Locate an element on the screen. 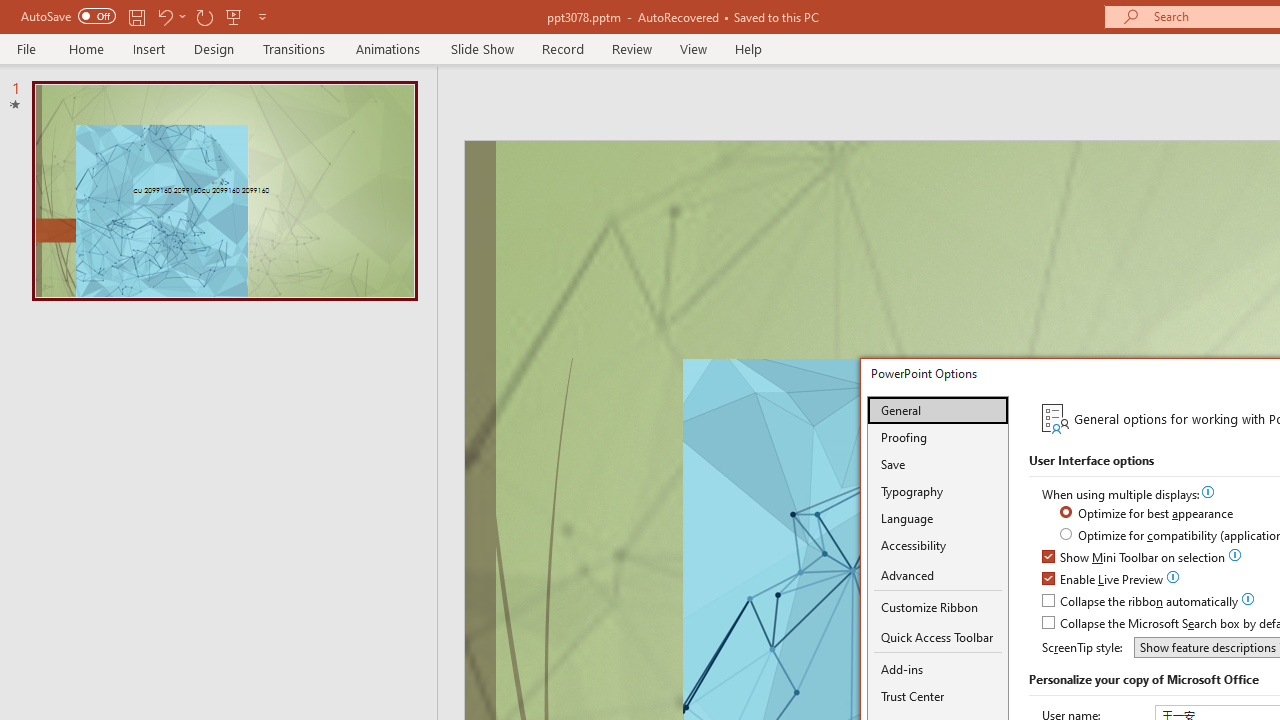 The width and height of the screenshot is (1280, 720). 'Proofing' is located at coordinates (937, 436).